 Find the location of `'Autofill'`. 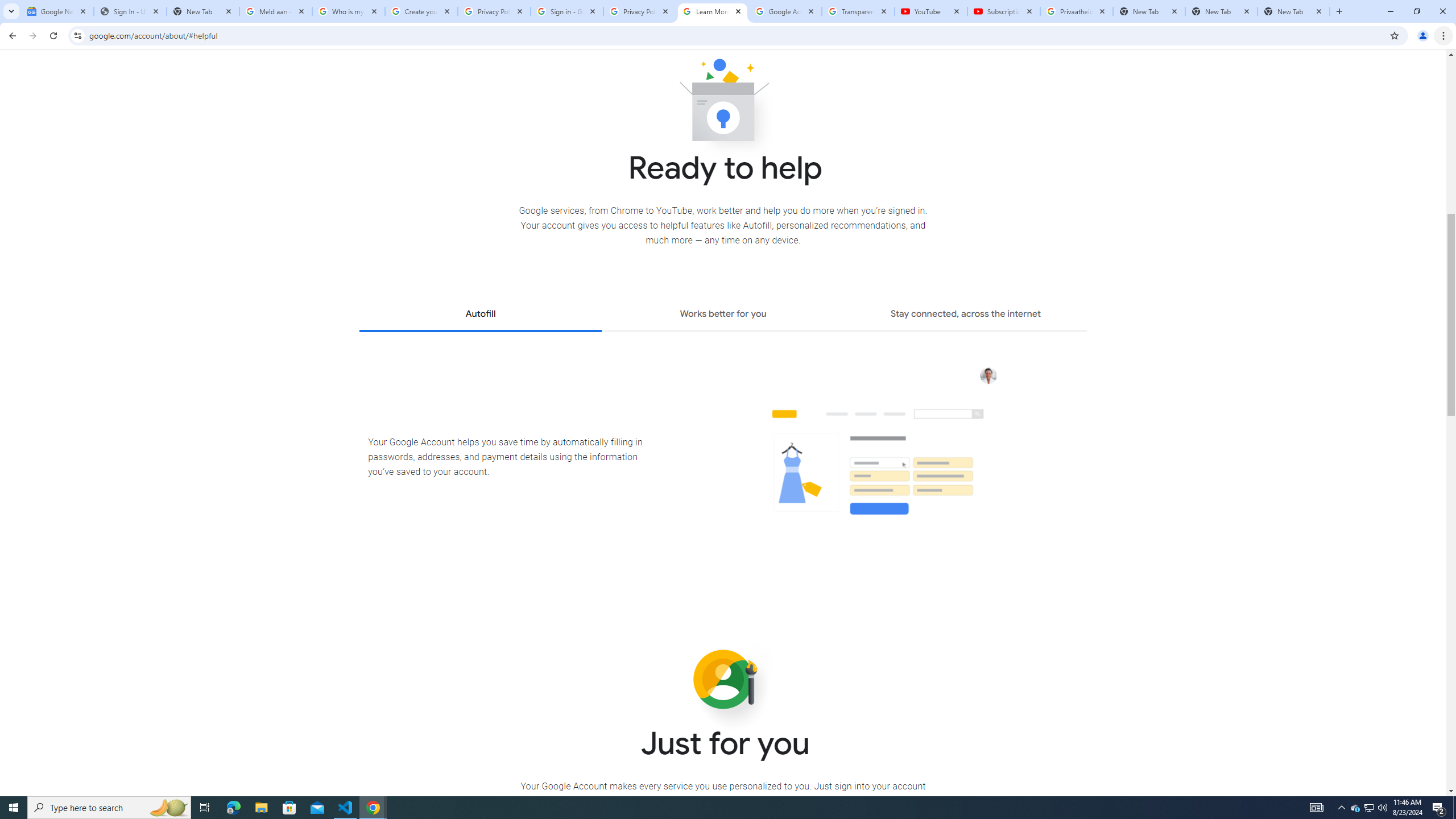

'Autofill' is located at coordinates (479, 315).